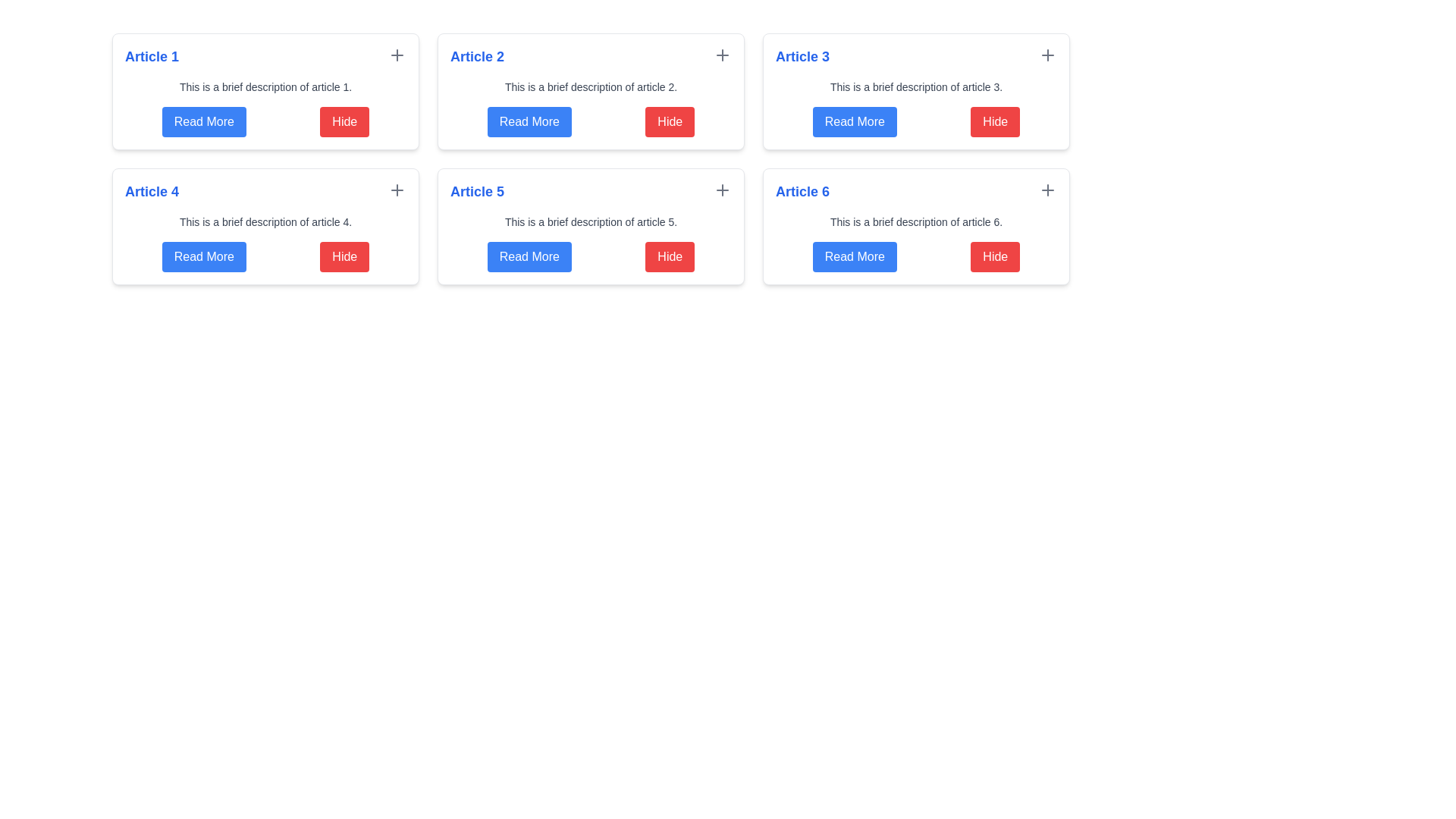 The image size is (1456, 819). I want to click on the small, gray circular button with a plus sign located in the top-right corner of the card labeled 'Article 6', so click(1047, 189).